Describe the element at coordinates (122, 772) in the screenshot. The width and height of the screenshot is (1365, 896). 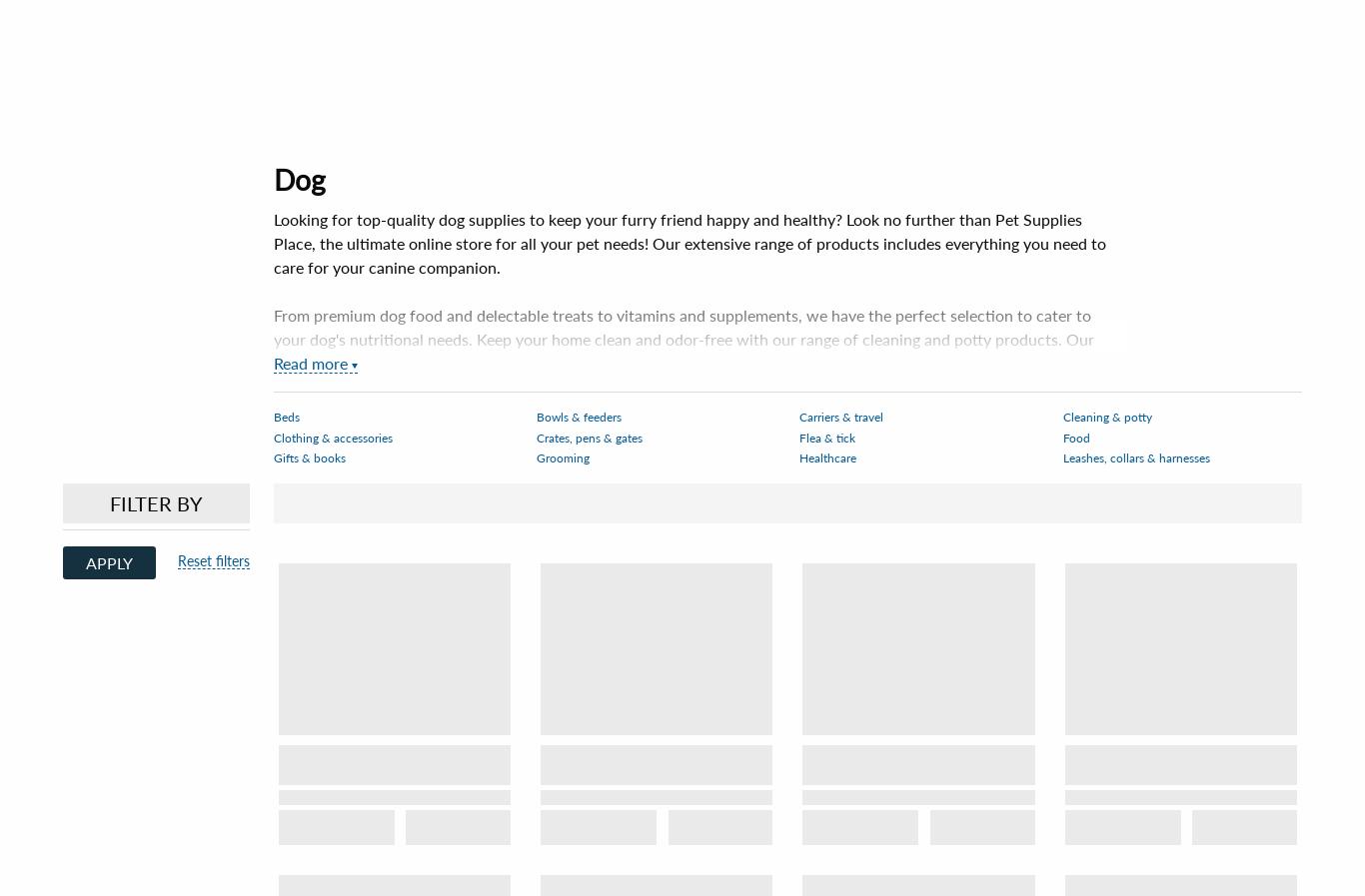
I see `'Shipping & Delivery'` at that location.